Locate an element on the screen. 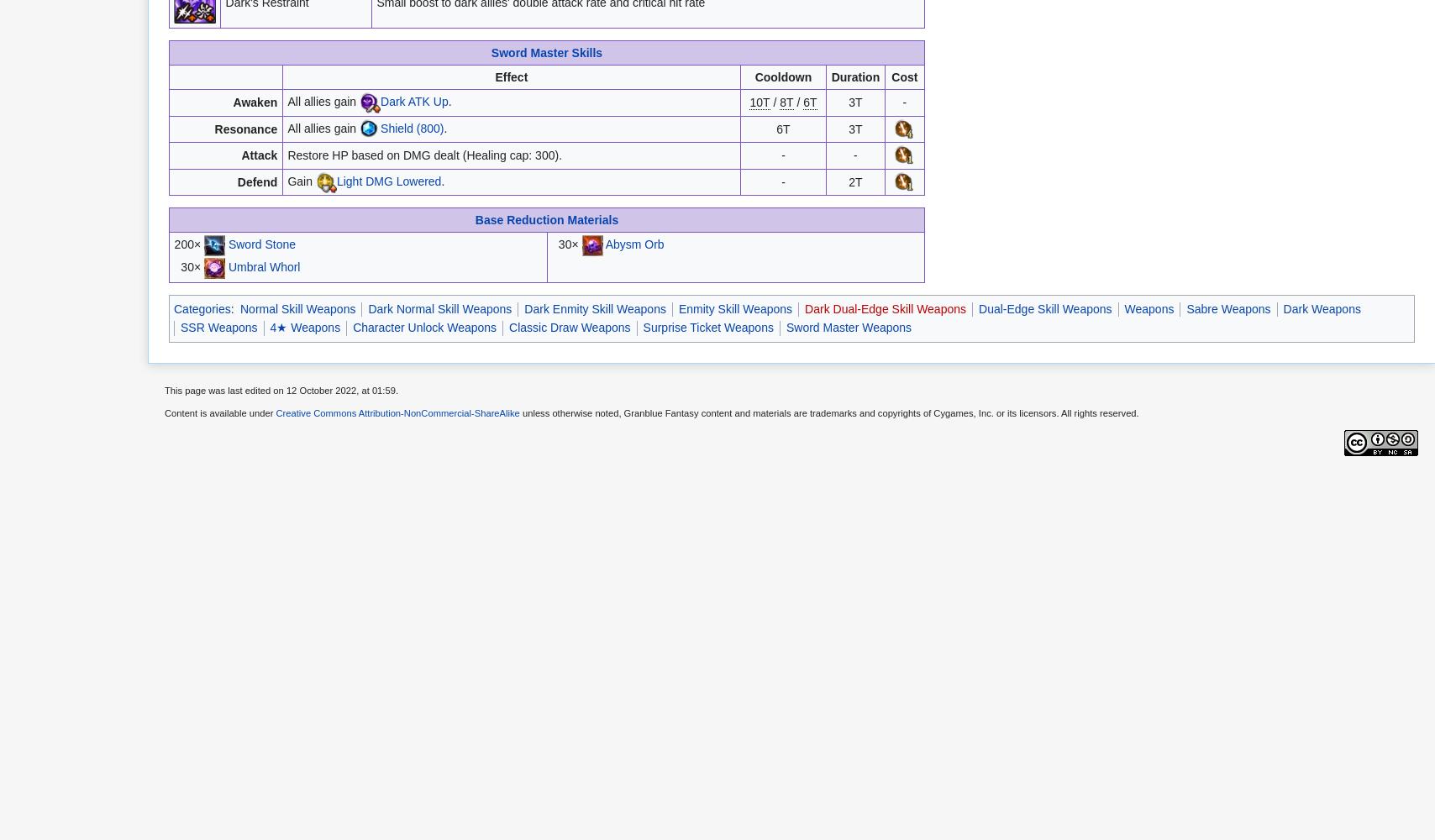 This screenshot has width=1435, height=840. ':' is located at coordinates (234, 307).